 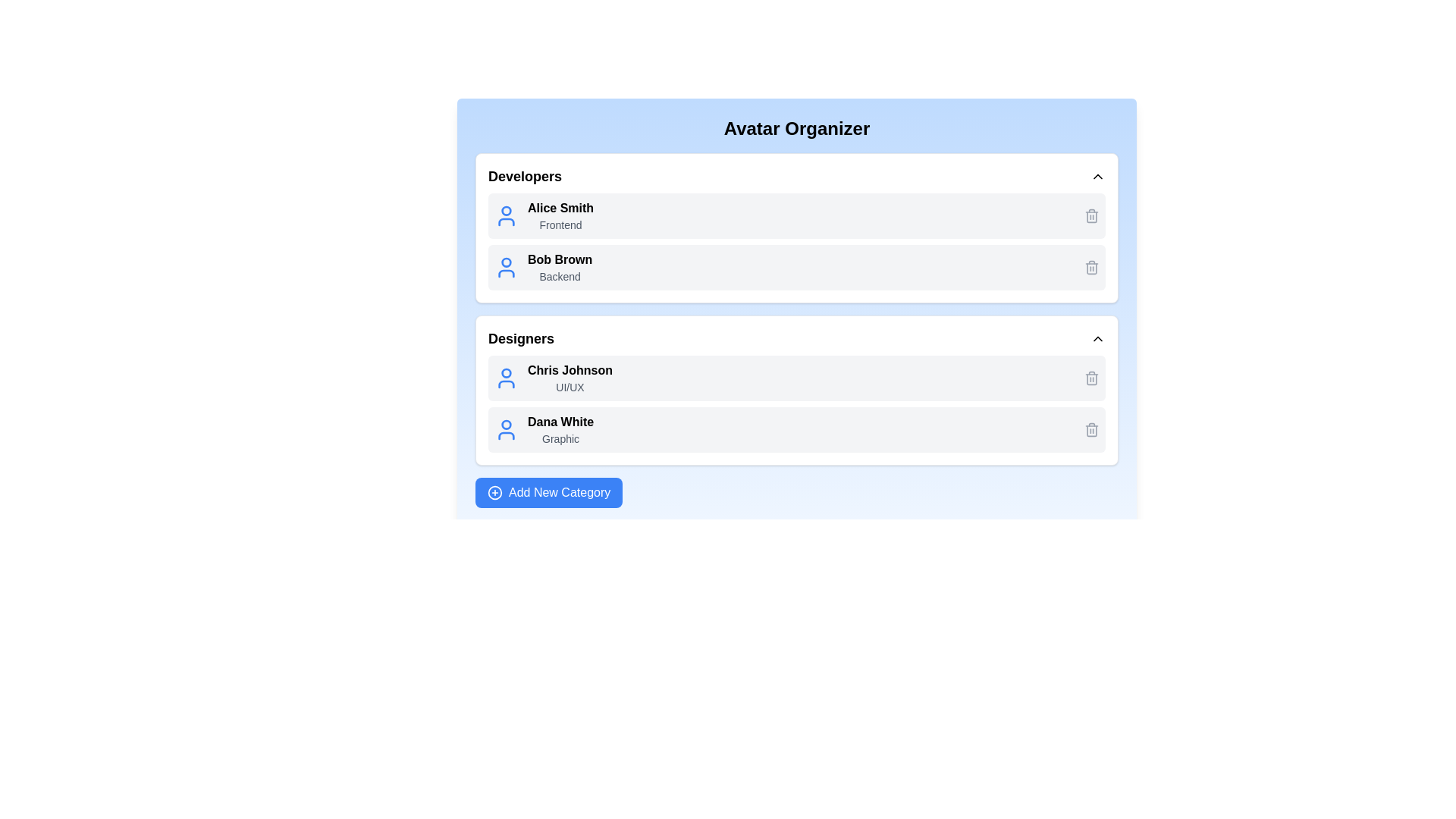 What do you see at coordinates (506, 430) in the screenshot?
I see `the outlined user profile icon, which is located in the 'Designers' section to the left of the text 'Dana White' and 'Graphic'` at bounding box center [506, 430].